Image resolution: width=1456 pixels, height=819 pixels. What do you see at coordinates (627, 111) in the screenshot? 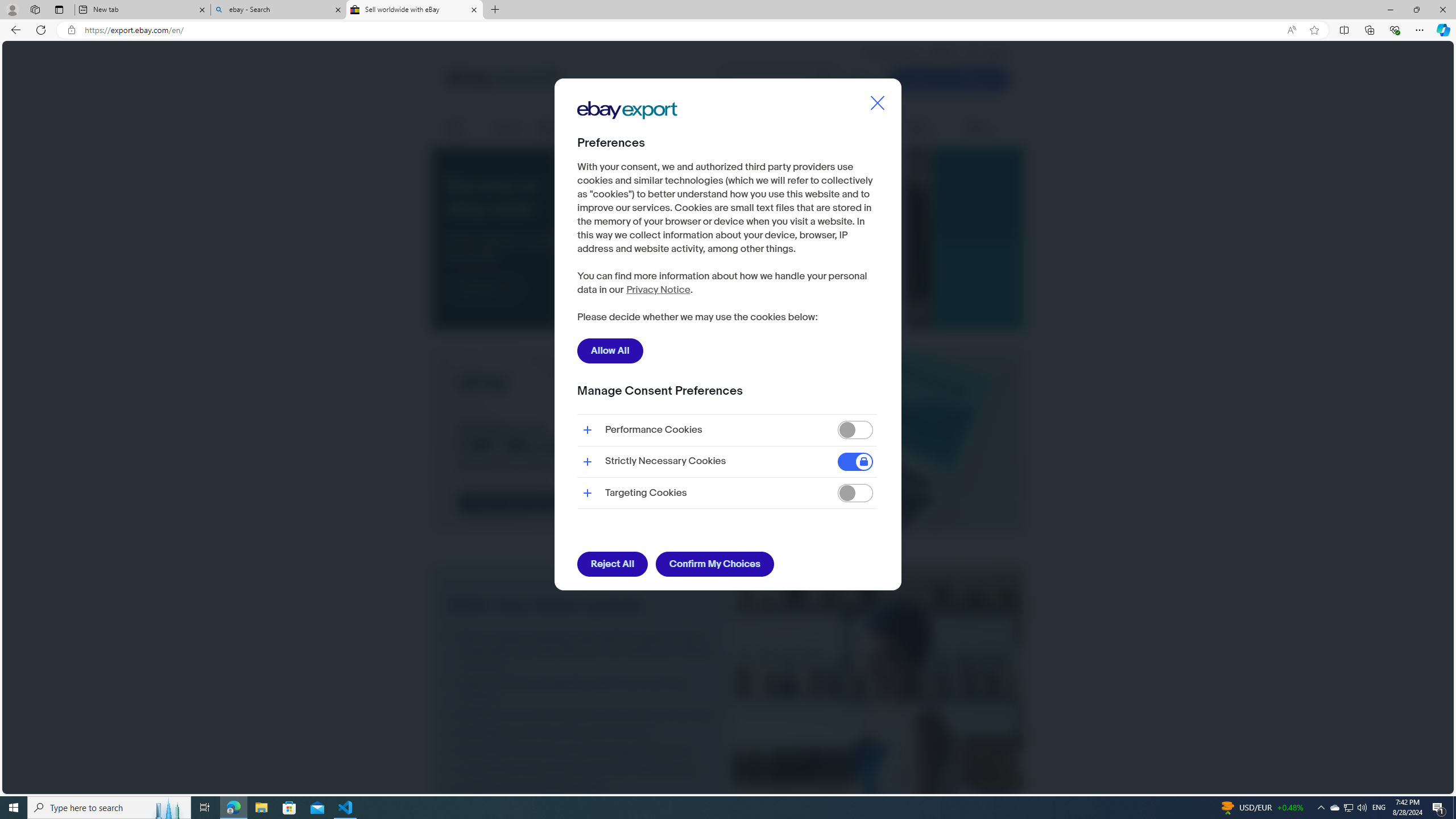
I see `'Company Logo'` at bounding box center [627, 111].